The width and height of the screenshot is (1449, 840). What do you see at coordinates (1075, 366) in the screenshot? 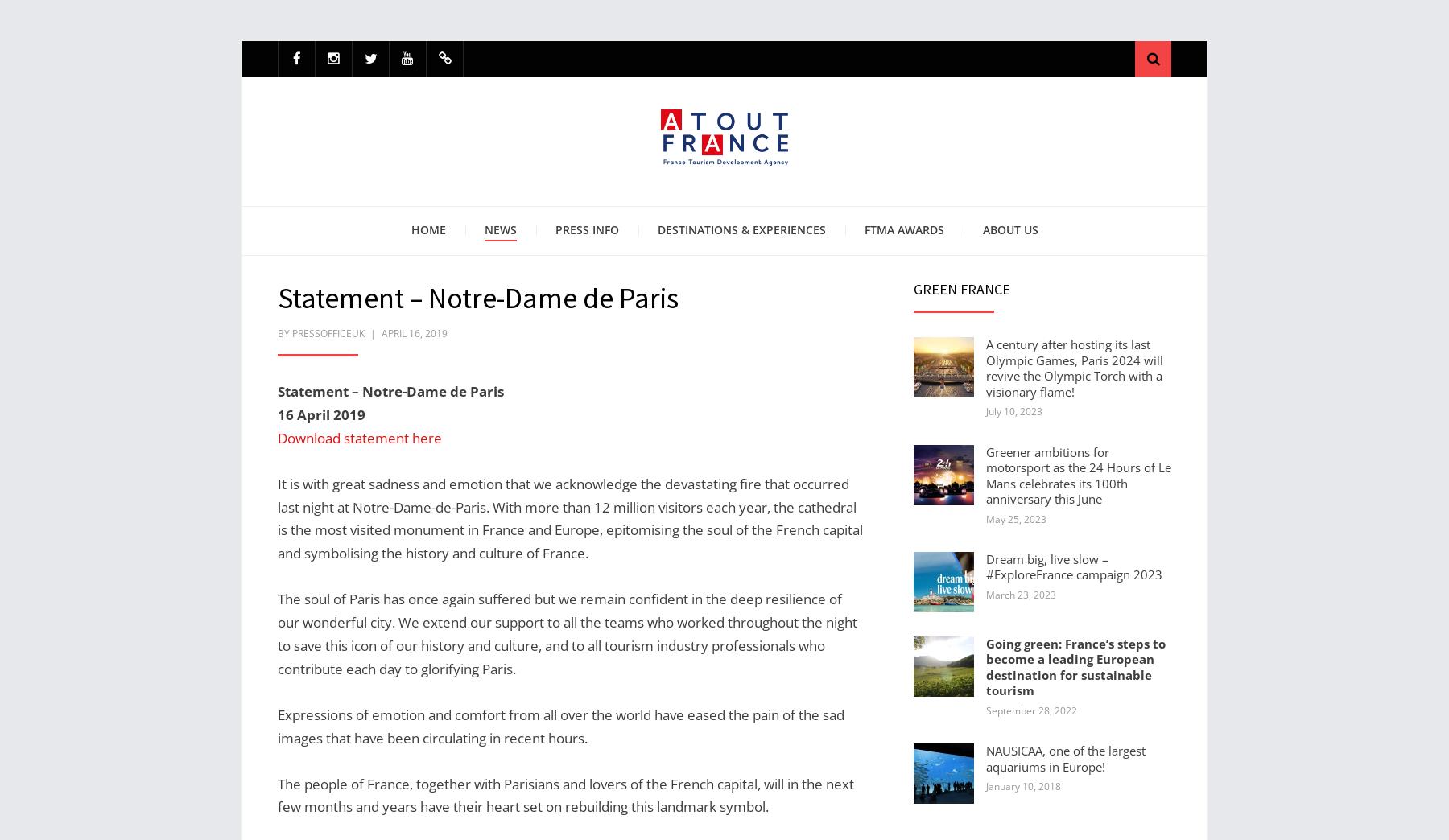
I see `'A century after hosting its last Olympic Games, Paris 2024 will revive the Olympic Torch with a visionary flame!'` at bounding box center [1075, 366].